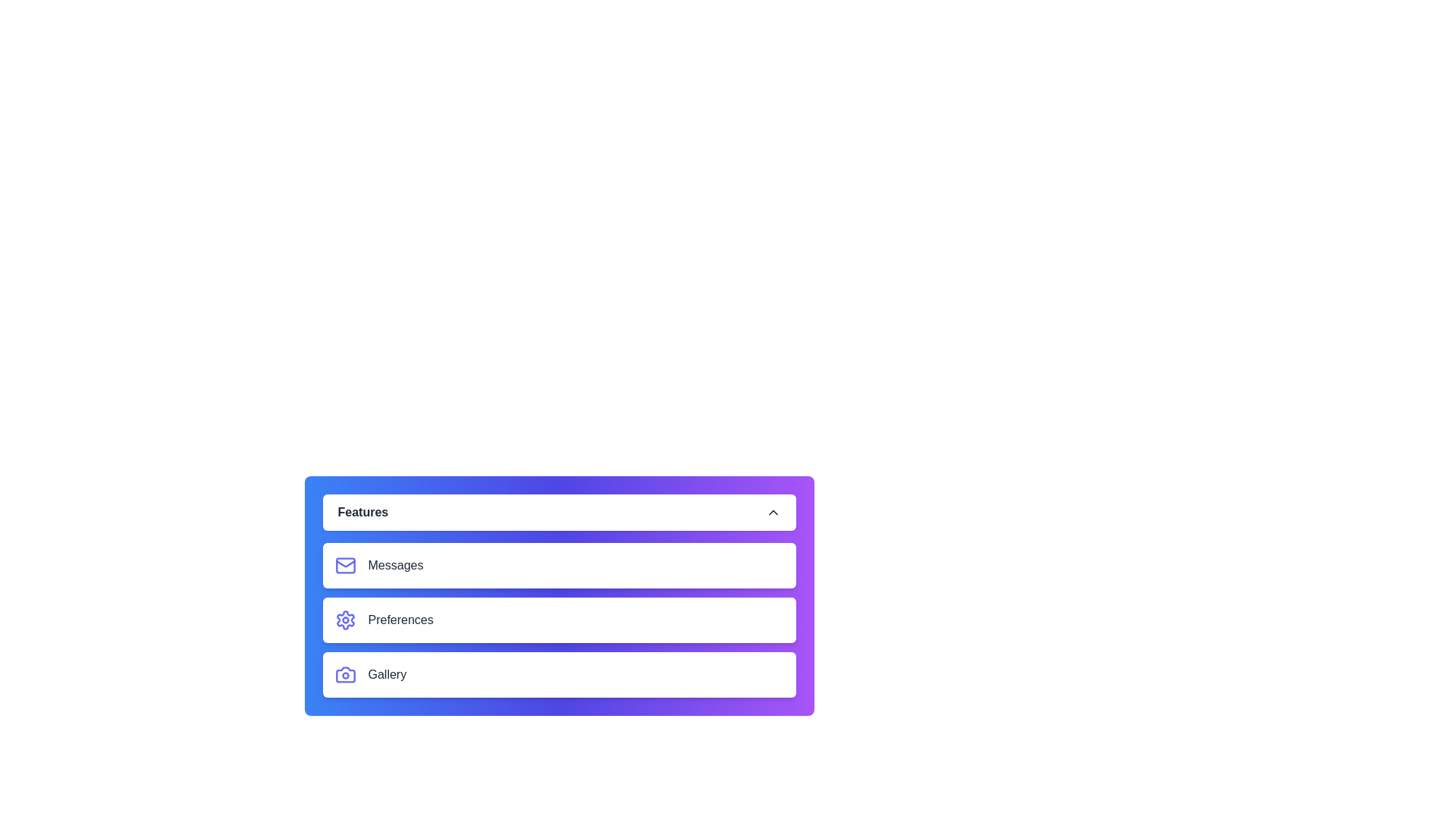 The image size is (1456, 819). Describe the element at coordinates (558, 620) in the screenshot. I see `the menu item labeled Preferences to inspect its icon` at that location.